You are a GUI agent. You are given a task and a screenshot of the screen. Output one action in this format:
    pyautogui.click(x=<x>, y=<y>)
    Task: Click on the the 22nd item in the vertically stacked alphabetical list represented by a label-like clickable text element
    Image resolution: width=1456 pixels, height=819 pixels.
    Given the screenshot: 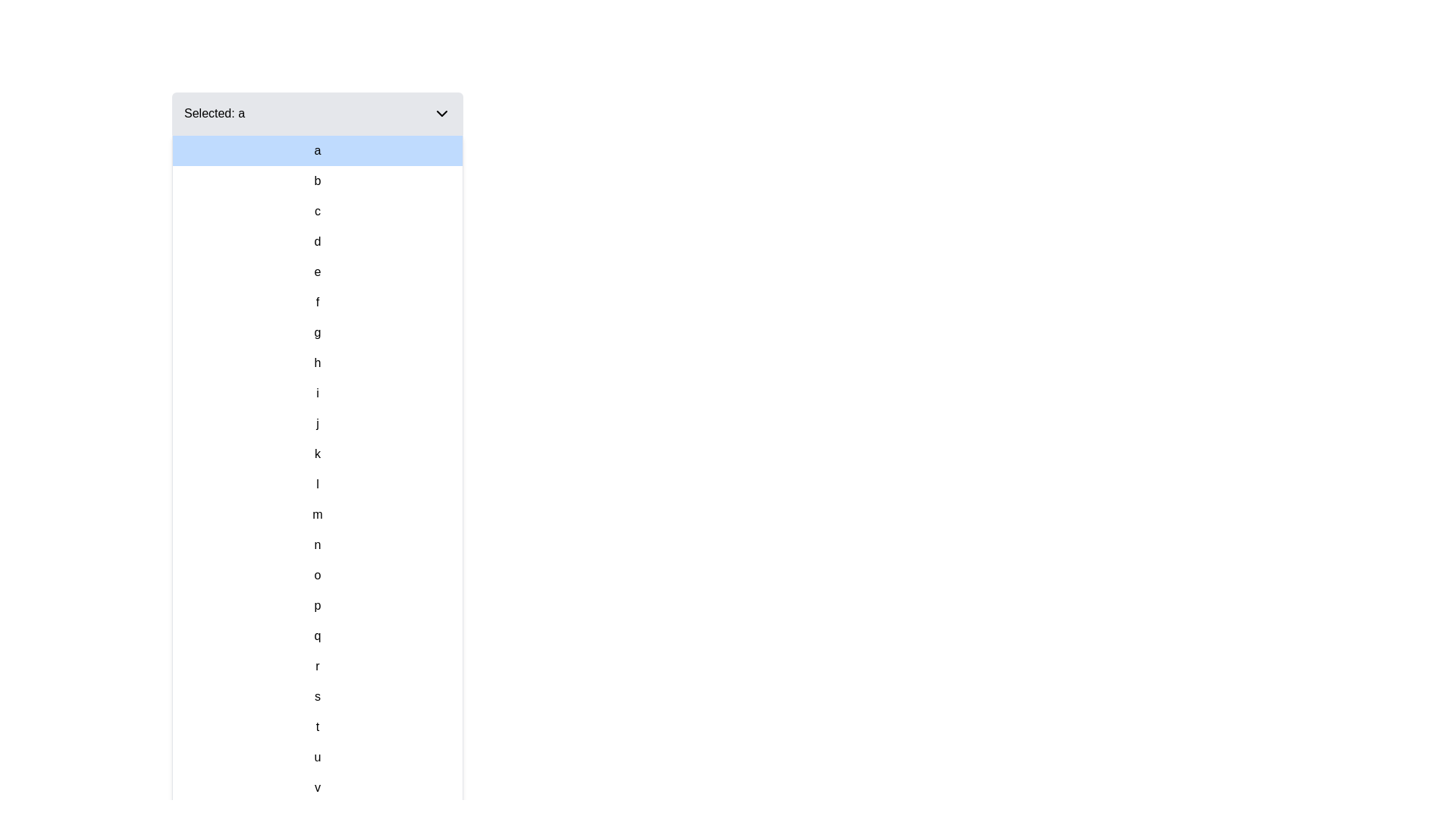 What is the action you would take?
    pyautogui.click(x=316, y=786)
    